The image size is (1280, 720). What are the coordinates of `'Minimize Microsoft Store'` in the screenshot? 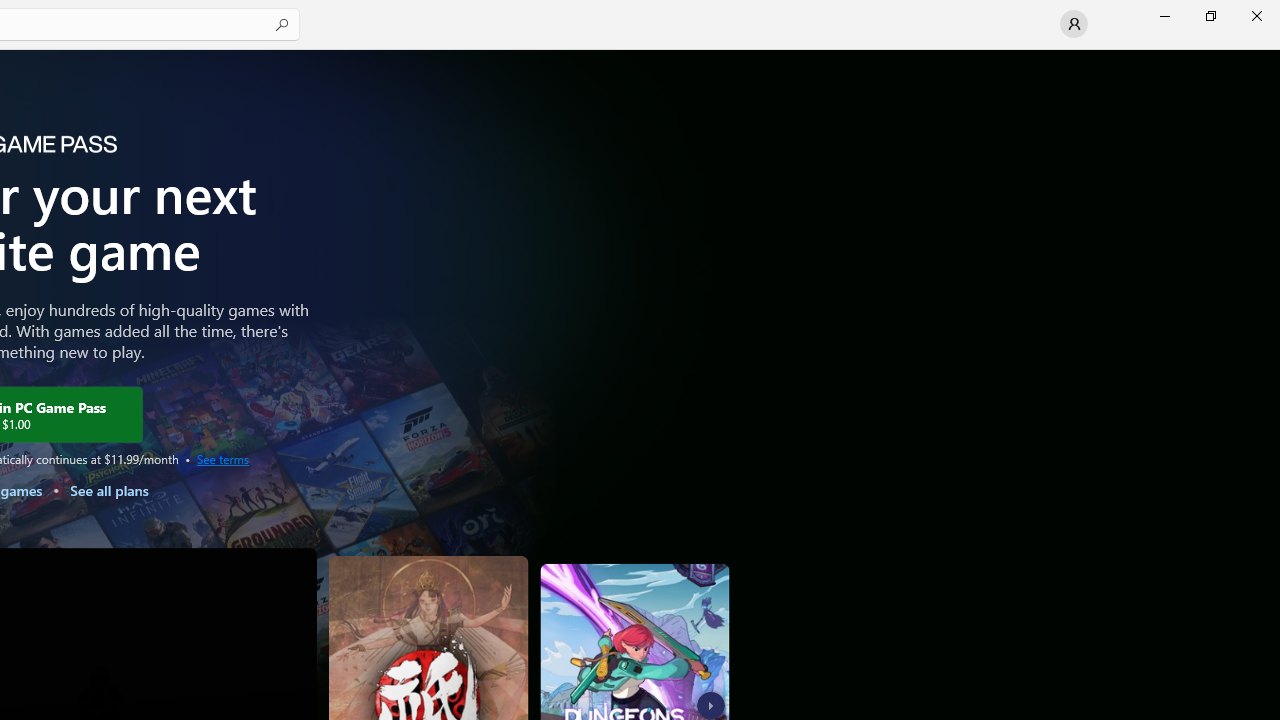 It's located at (1164, 15).